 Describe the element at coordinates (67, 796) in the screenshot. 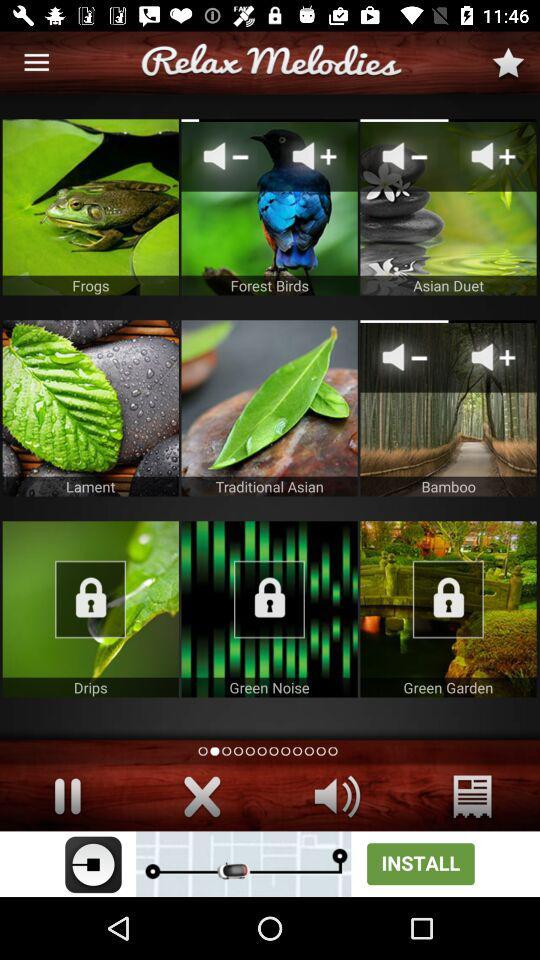

I see `the pause icon` at that location.